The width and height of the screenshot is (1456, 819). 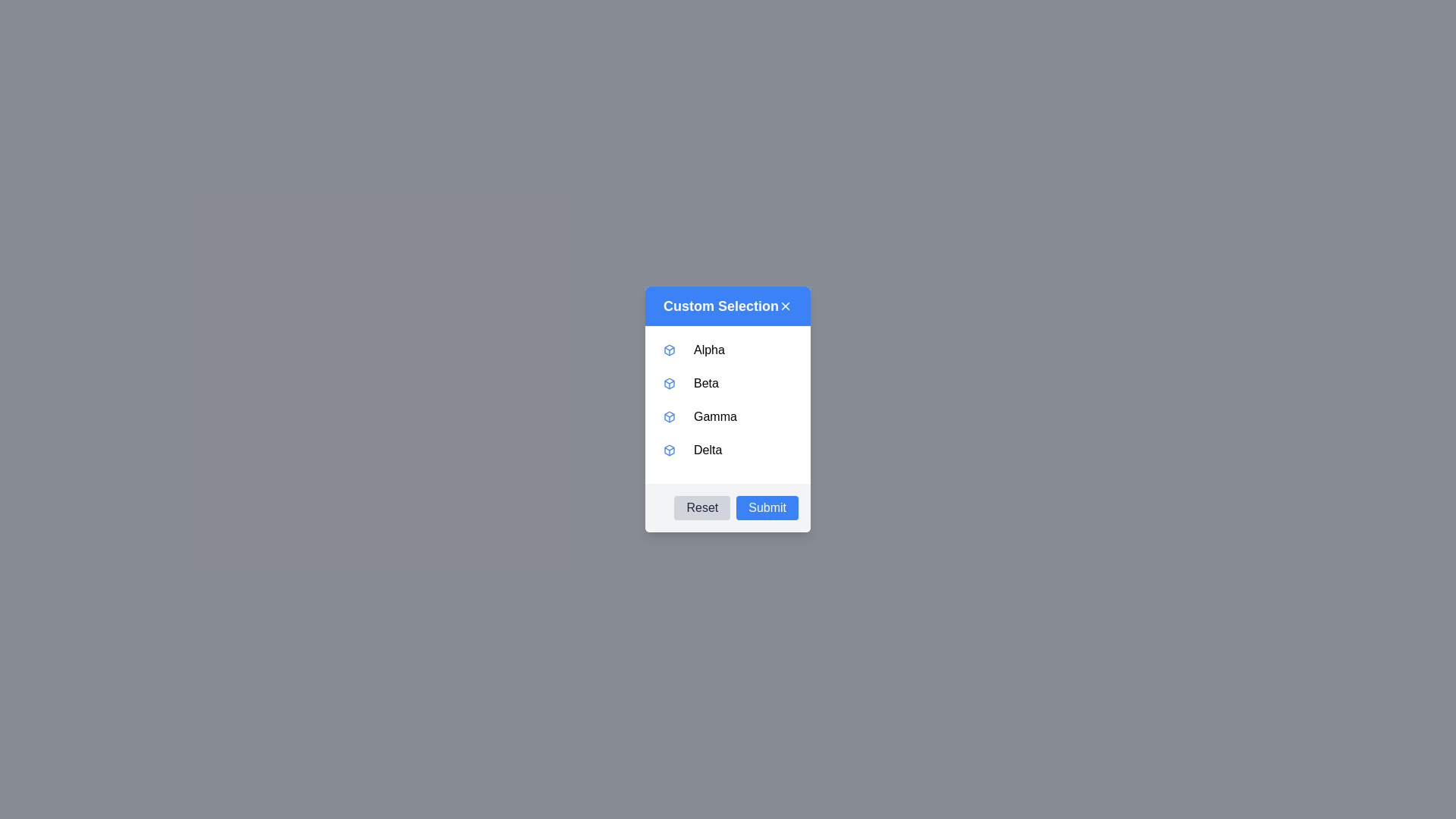 I want to click on the compact blue icon resembling a box located on the left side of the list item labeled 'Beta', so click(x=669, y=382).